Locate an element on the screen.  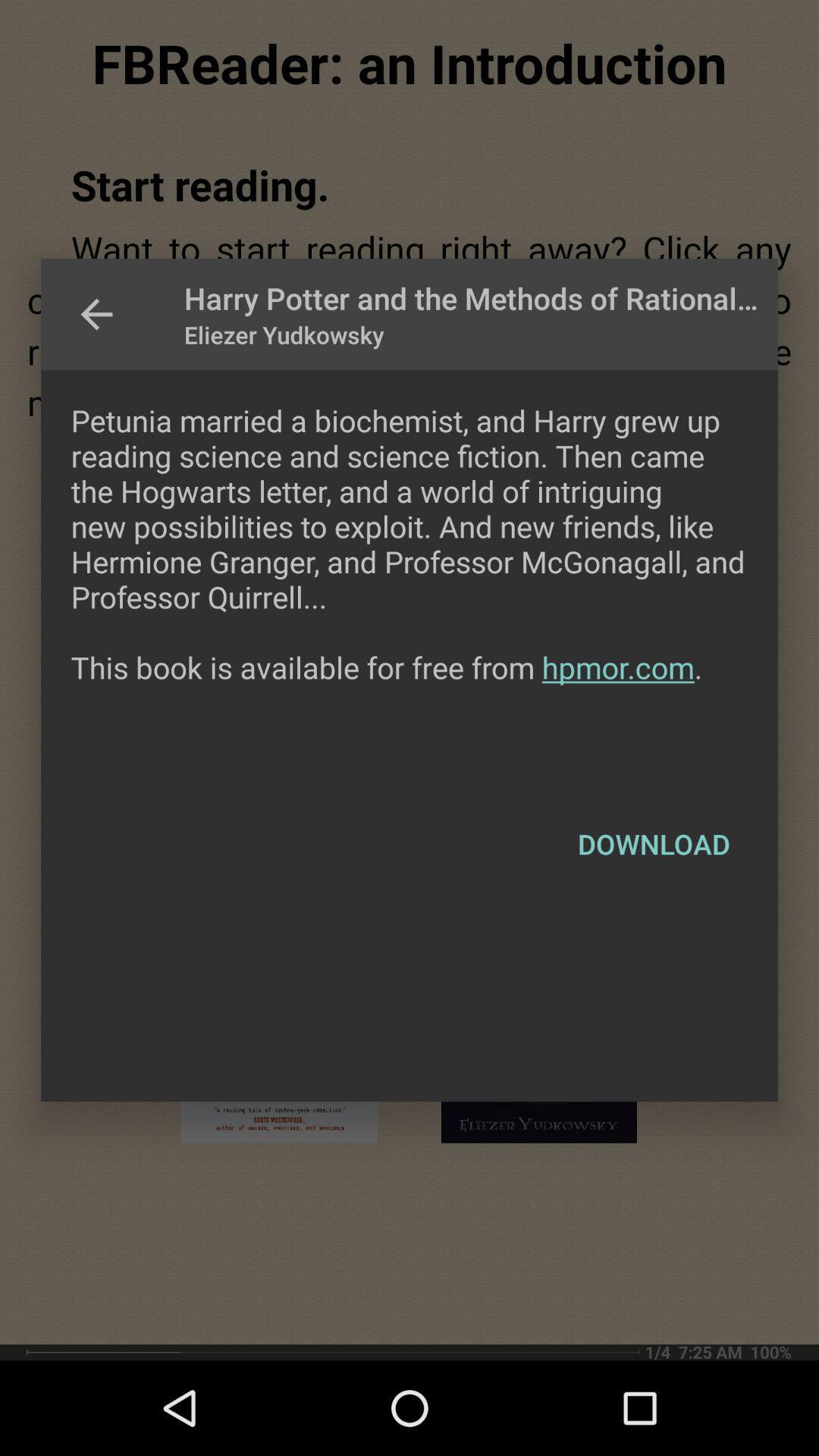
icon at the top left corner is located at coordinates (96, 313).